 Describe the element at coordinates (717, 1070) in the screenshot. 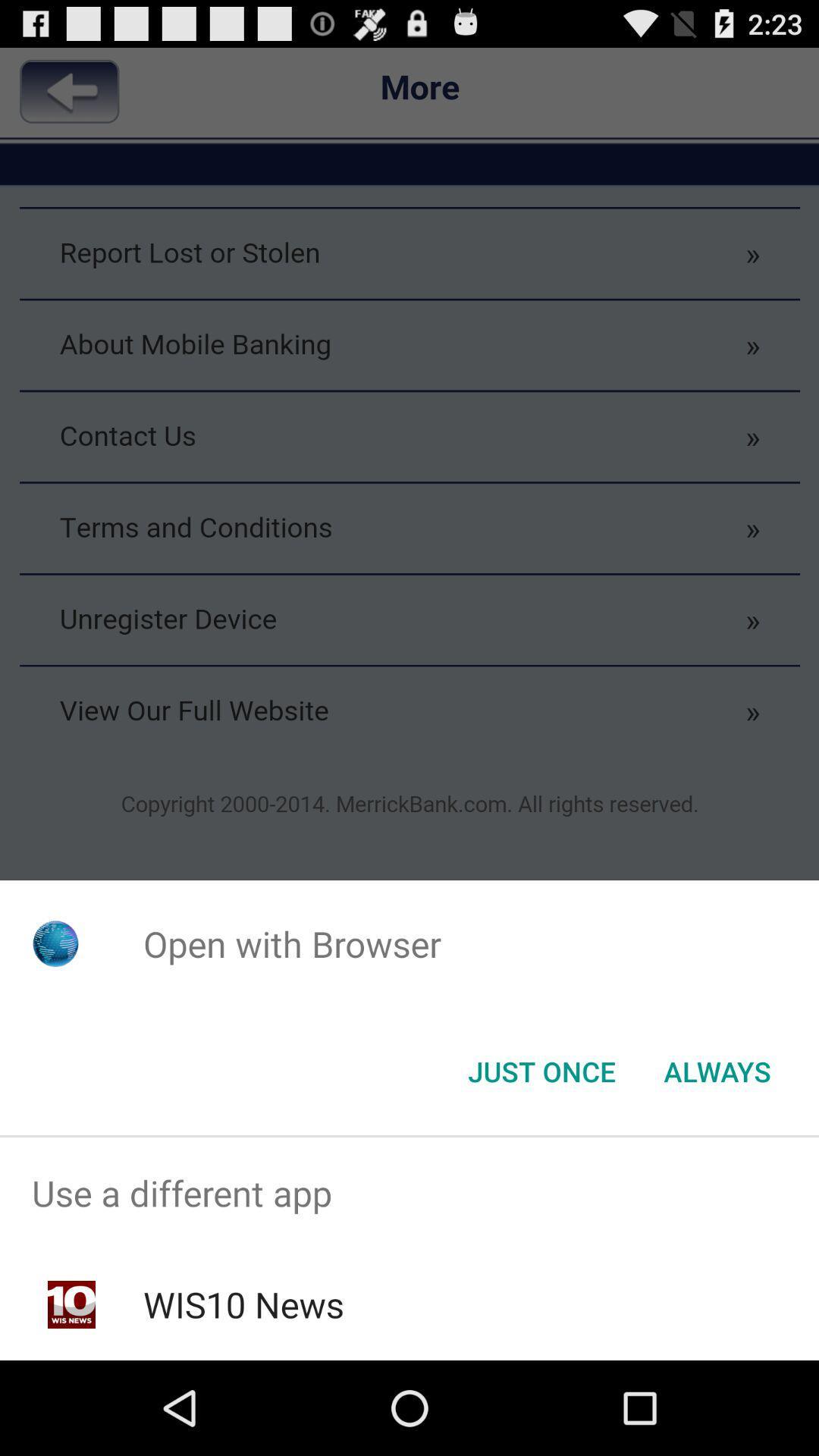

I see `button next to the just once button` at that location.